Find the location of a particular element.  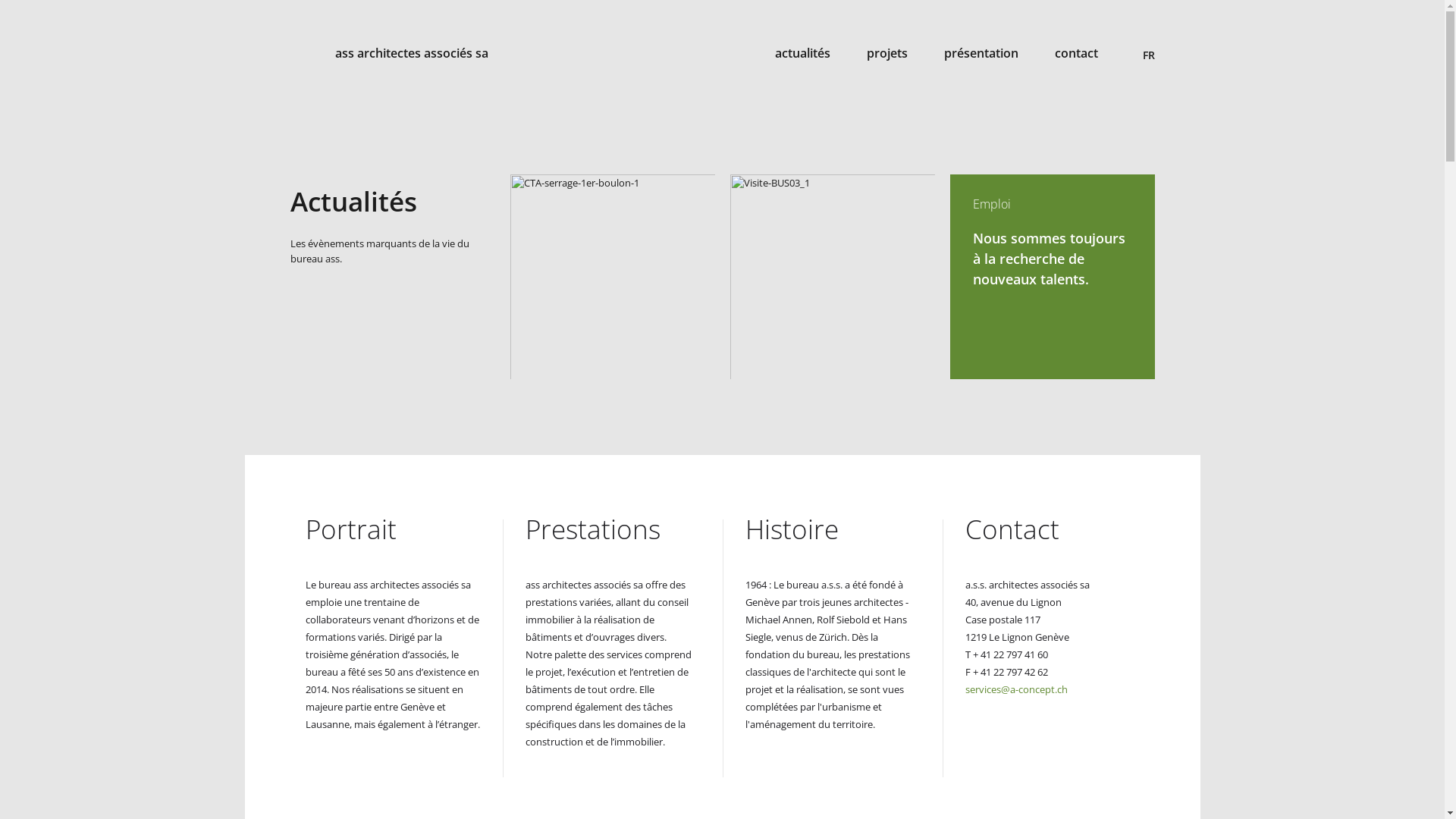

'services@a-concept.ch' is located at coordinates (1015, 689).